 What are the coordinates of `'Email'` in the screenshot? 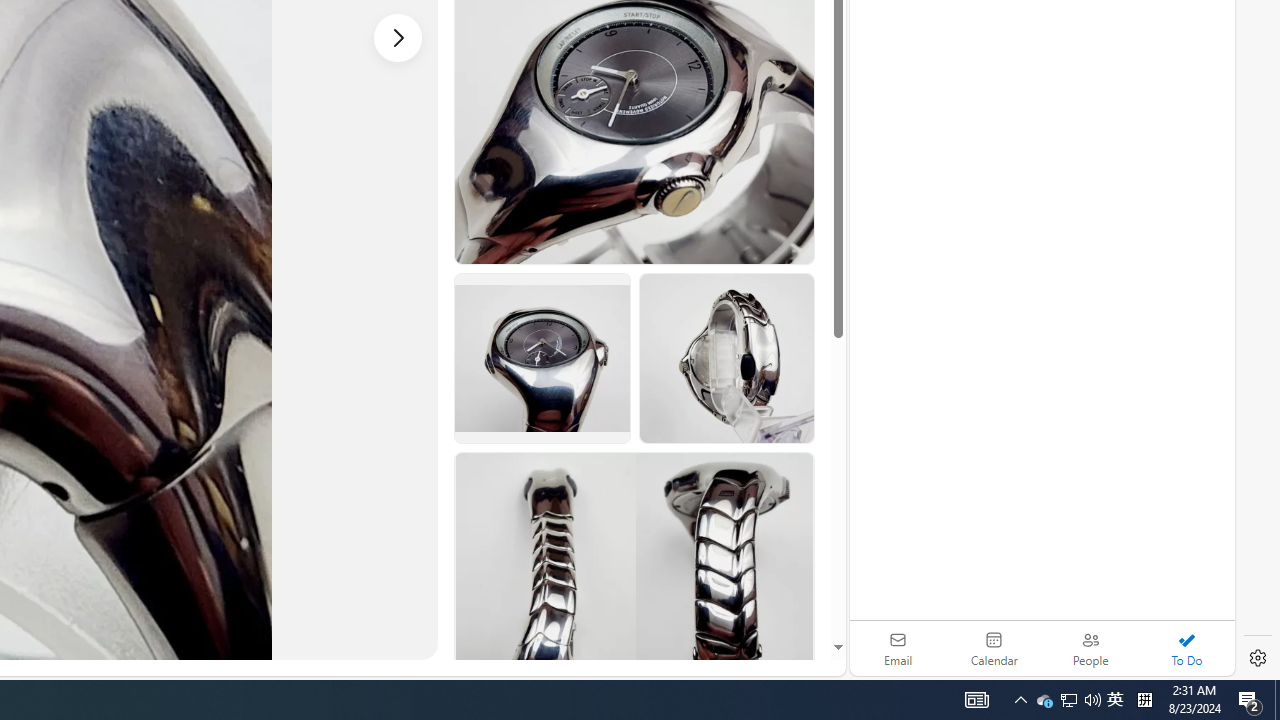 It's located at (897, 648).